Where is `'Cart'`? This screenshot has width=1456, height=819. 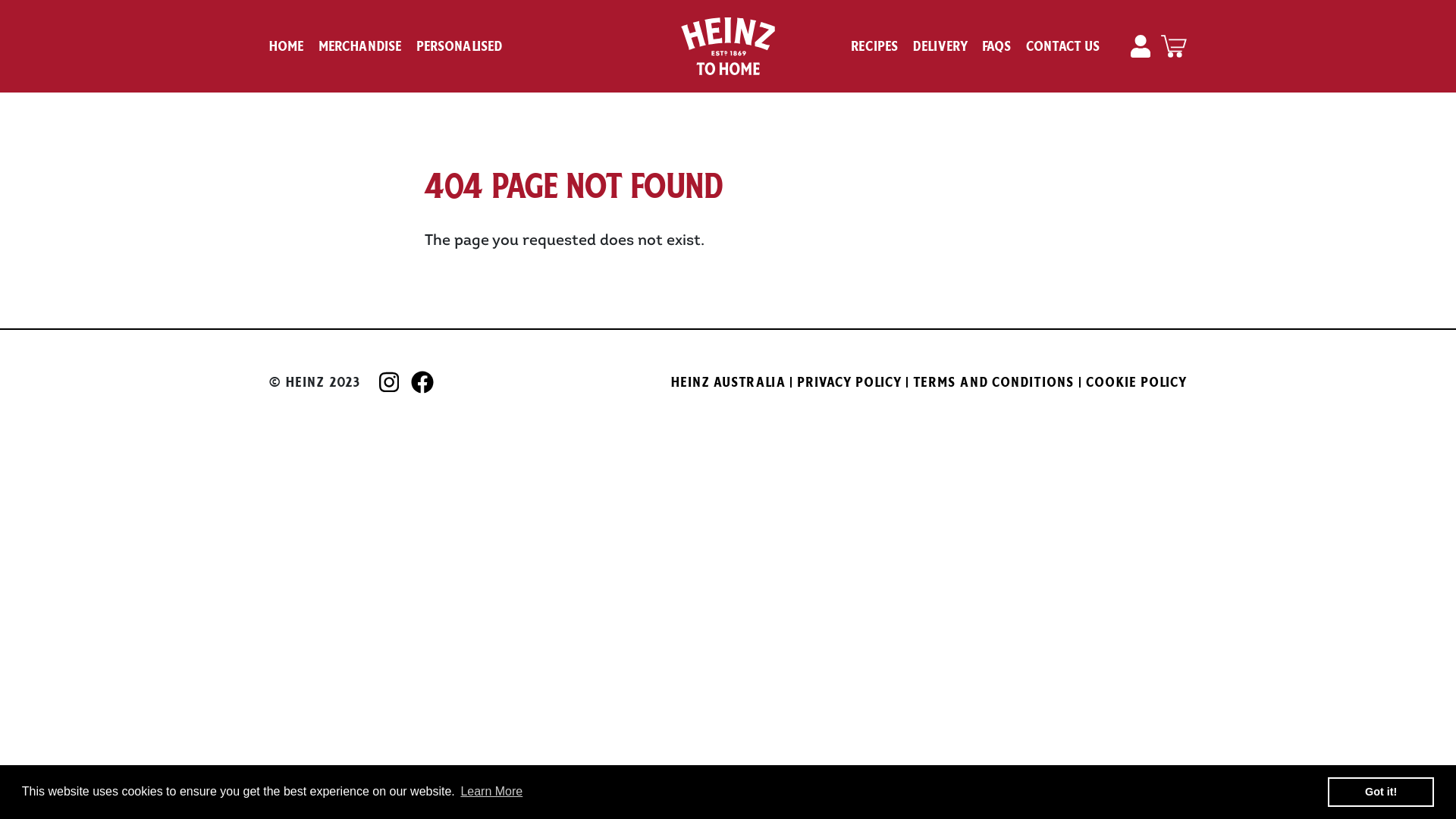 'Cart' is located at coordinates (1172, 45).